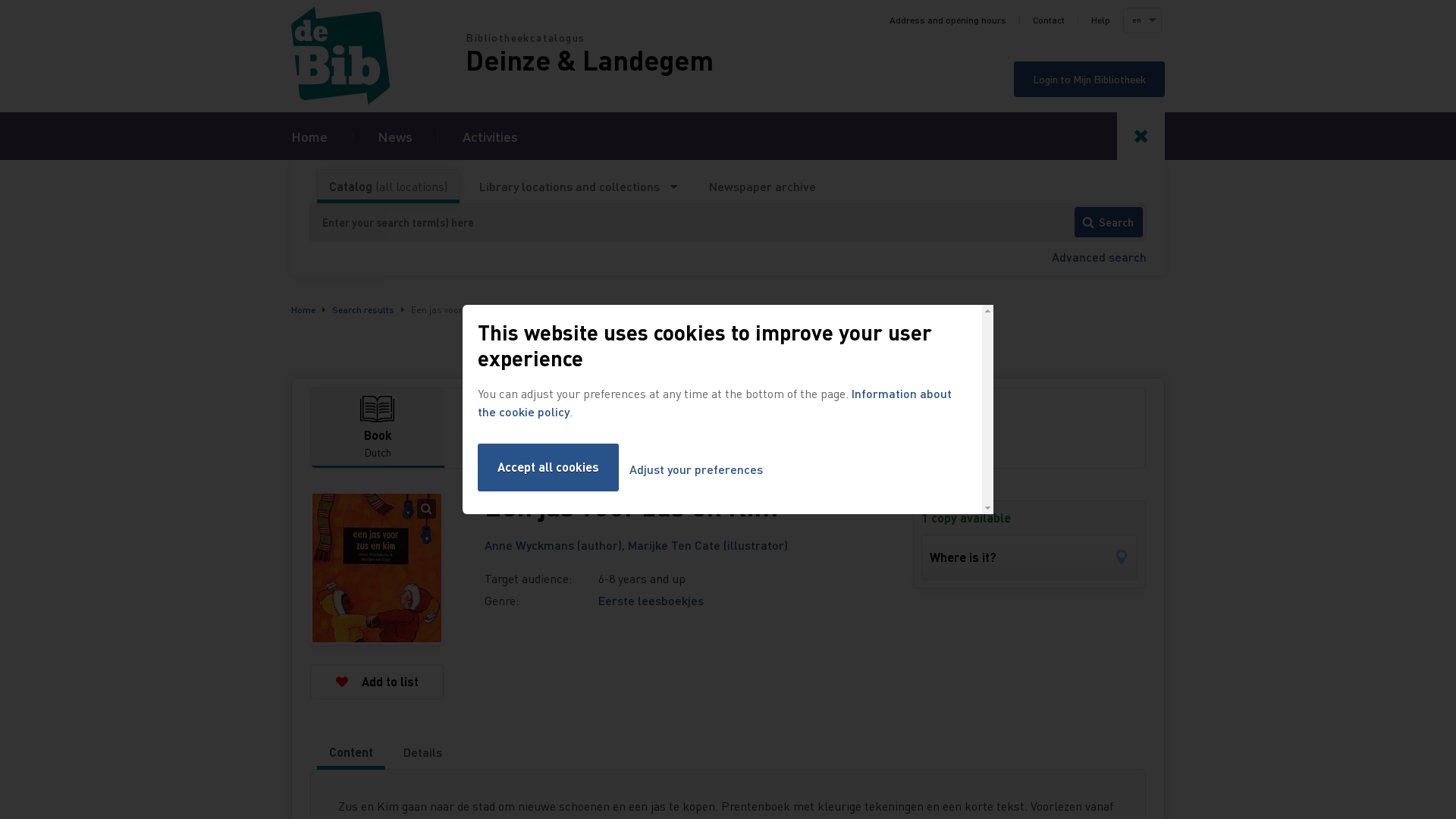 The width and height of the screenshot is (1456, 819). I want to click on 'Marijke Ten Cate (illustrator)', so click(707, 544).